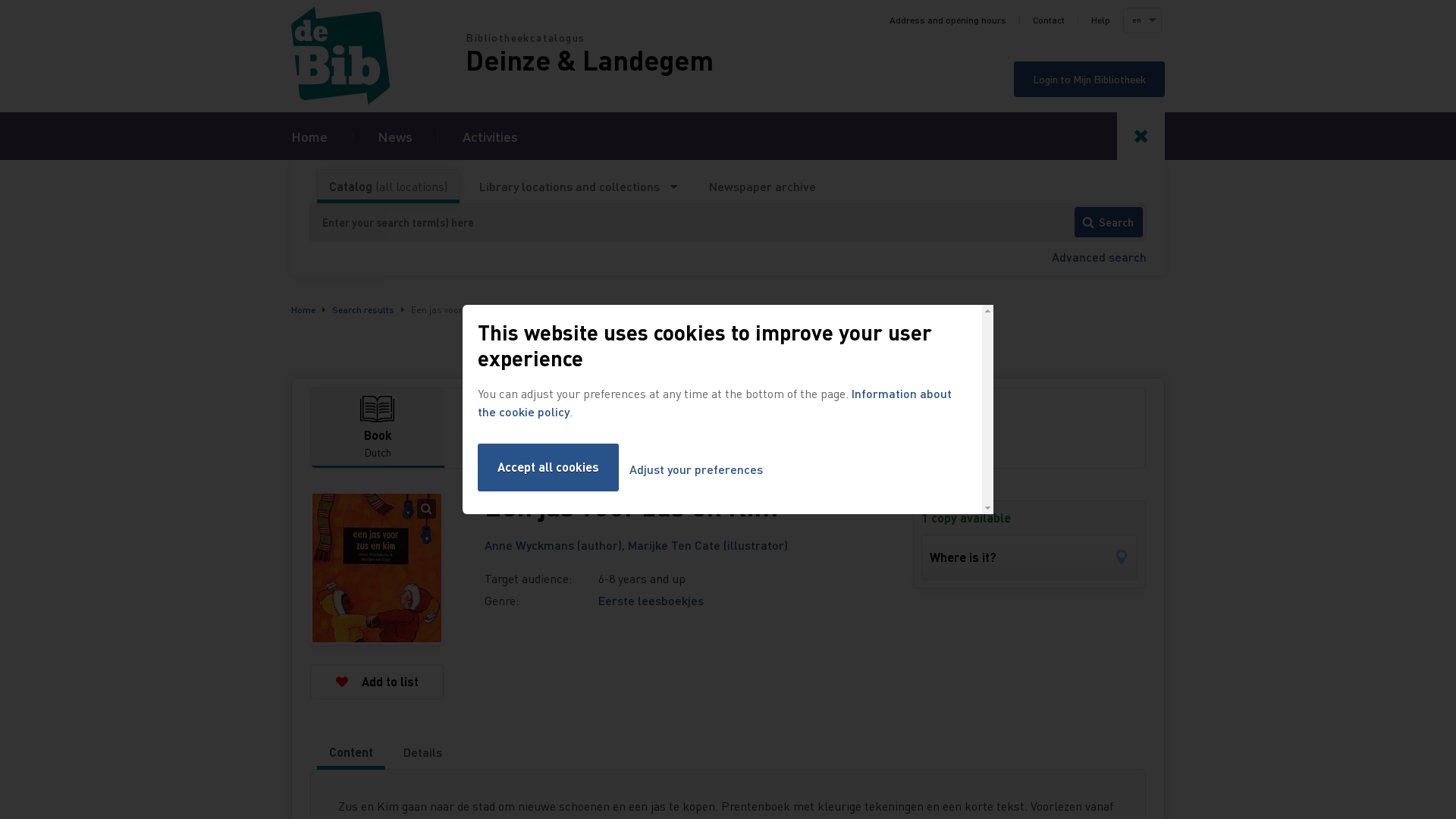 The width and height of the screenshot is (1456, 819). I want to click on 'Marijke Ten Cate (illustrator)', so click(707, 544).